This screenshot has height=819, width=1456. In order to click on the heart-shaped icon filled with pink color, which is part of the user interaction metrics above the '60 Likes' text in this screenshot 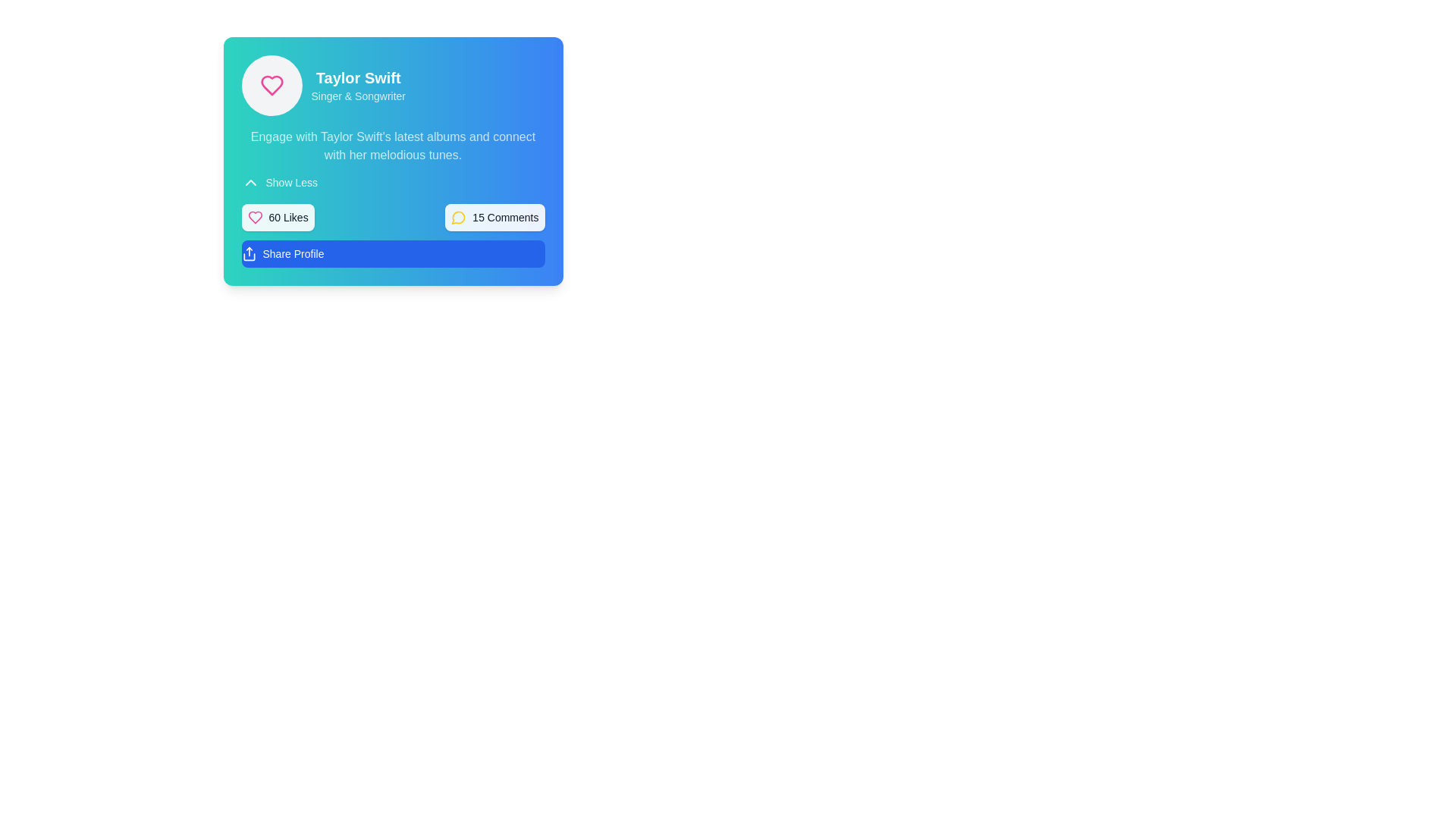, I will do `click(255, 217)`.